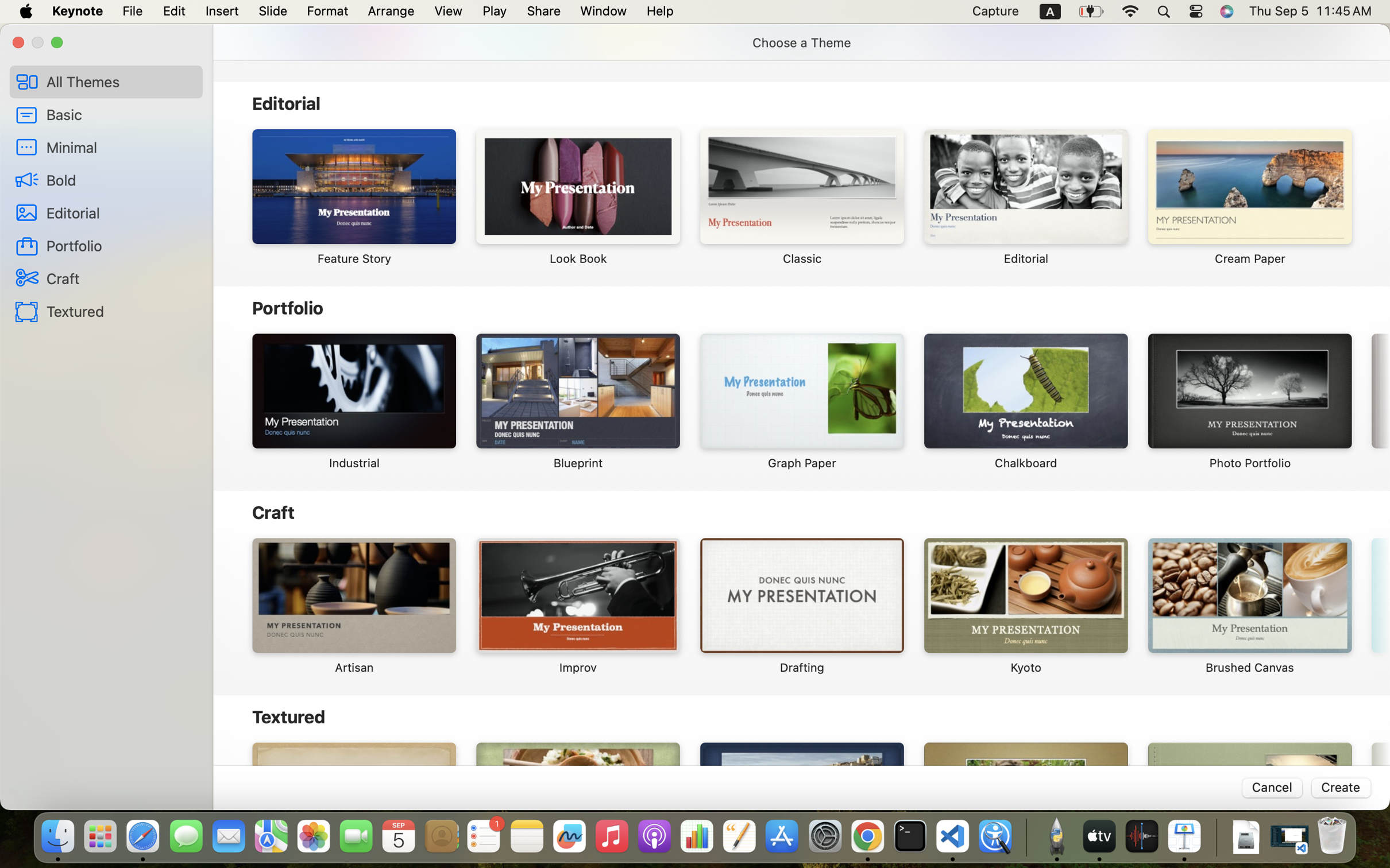 The width and height of the screenshot is (1390, 868). I want to click on 'Basic', so click(119, 114).